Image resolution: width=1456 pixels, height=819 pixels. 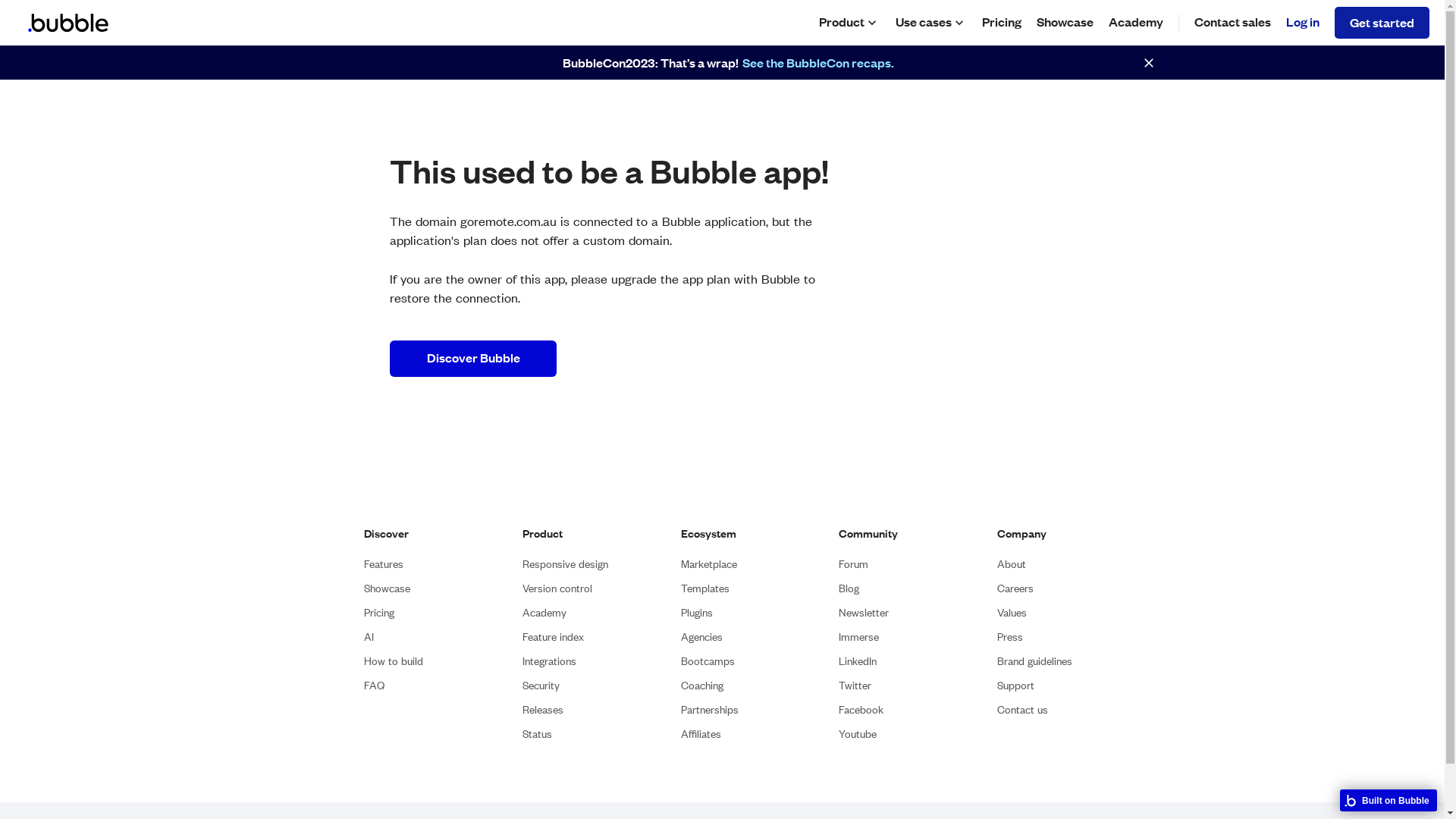 I want to click on 'Bootcamps', so click(x=679, y=660).